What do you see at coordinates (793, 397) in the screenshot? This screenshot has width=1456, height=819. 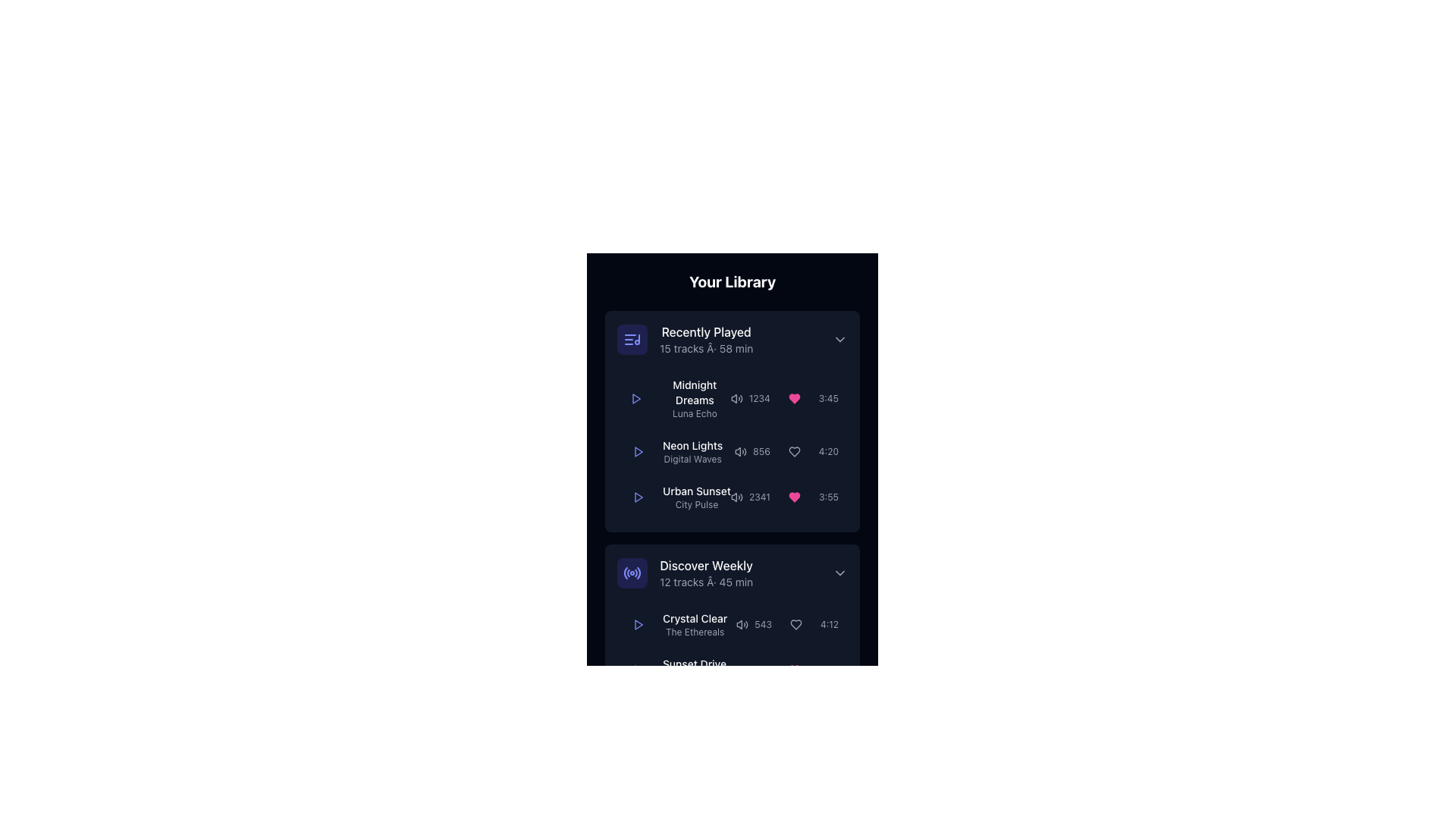 I see `the Heart Icon associated with the entry 'Midnight Dreams' in the 'Recently Played' section` at bounding box center [793, 397].